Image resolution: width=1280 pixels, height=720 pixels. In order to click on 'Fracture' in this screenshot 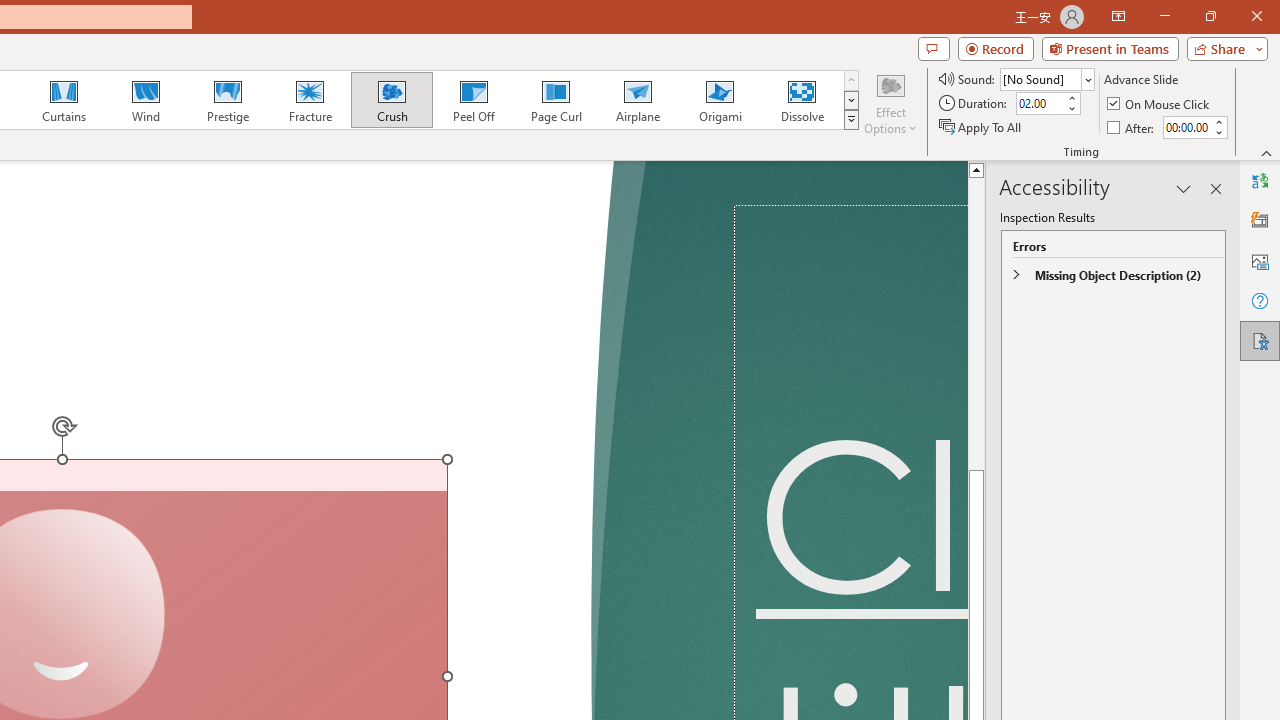, I will do `click(308, 100)`.